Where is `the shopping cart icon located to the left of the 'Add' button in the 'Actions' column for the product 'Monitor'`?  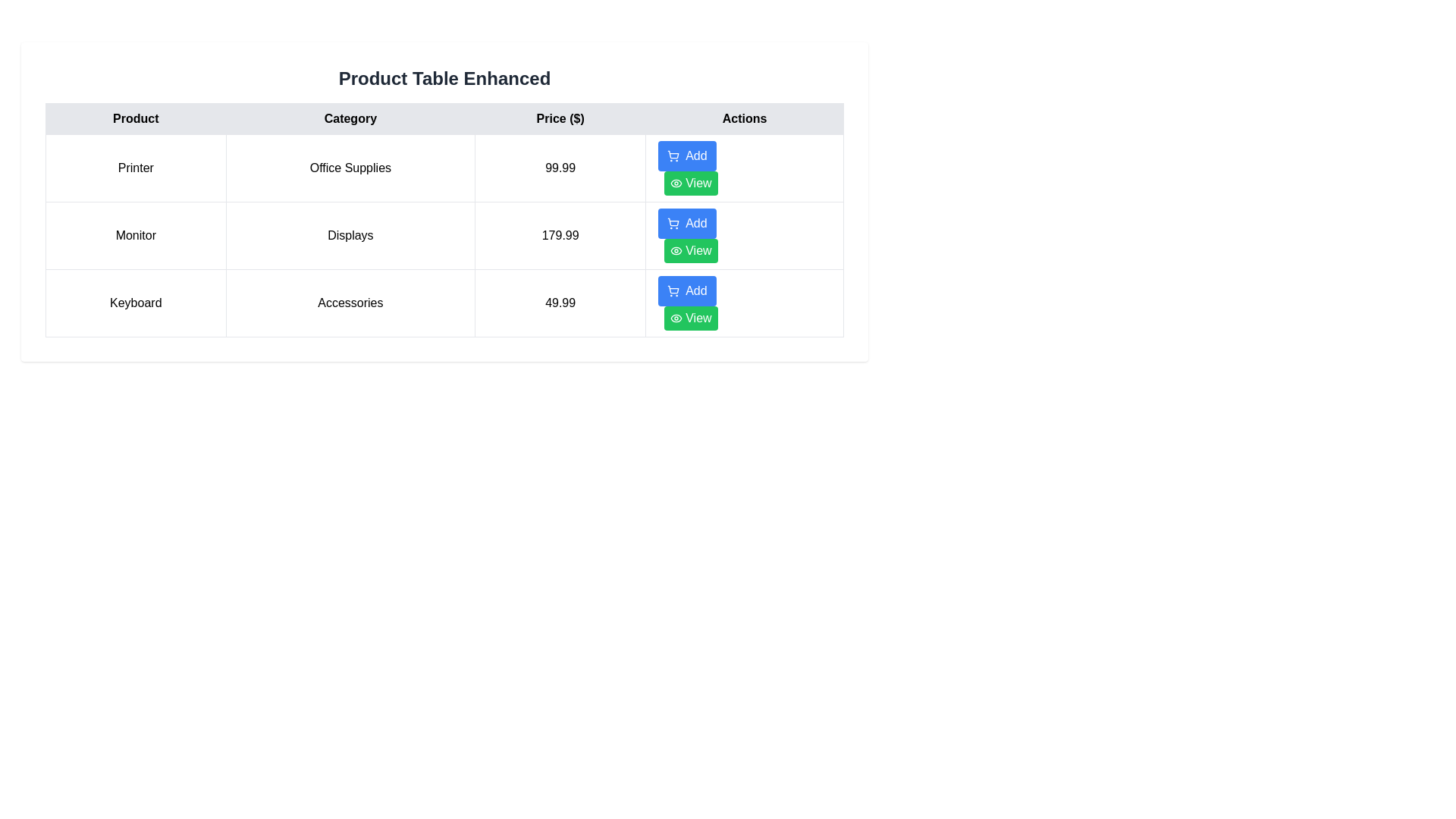 the shopping cart icon located to the left of the 'Add' button in the 'Actions' column for the product 'Monitor' is located at coordinates (673, 223).